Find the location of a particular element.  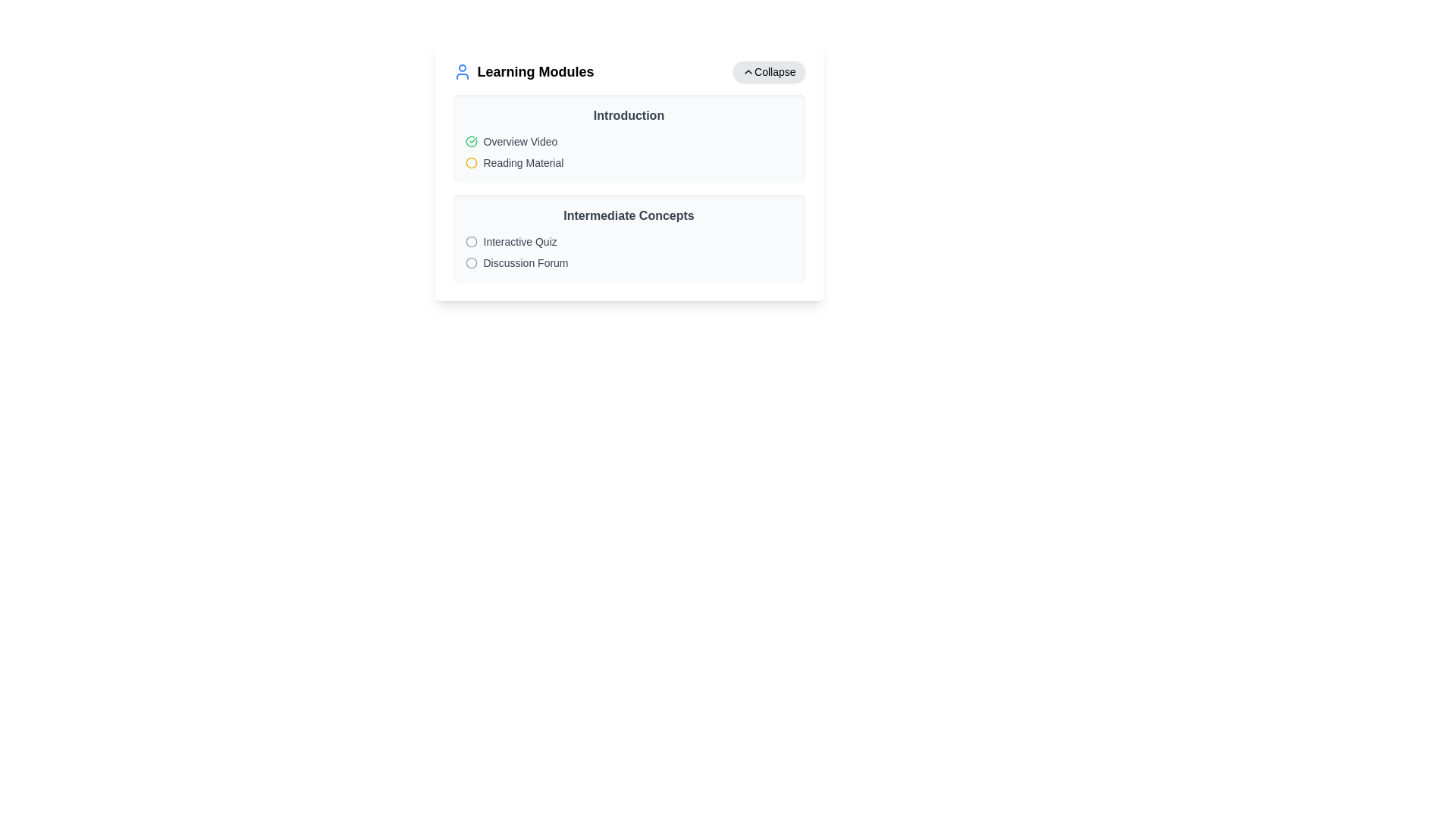

the small, outlined, circular gray icon located to the left of the text 'Interactive Quiz' in the 'Intermediate Concepts' section is located at coordinates (470, 241).